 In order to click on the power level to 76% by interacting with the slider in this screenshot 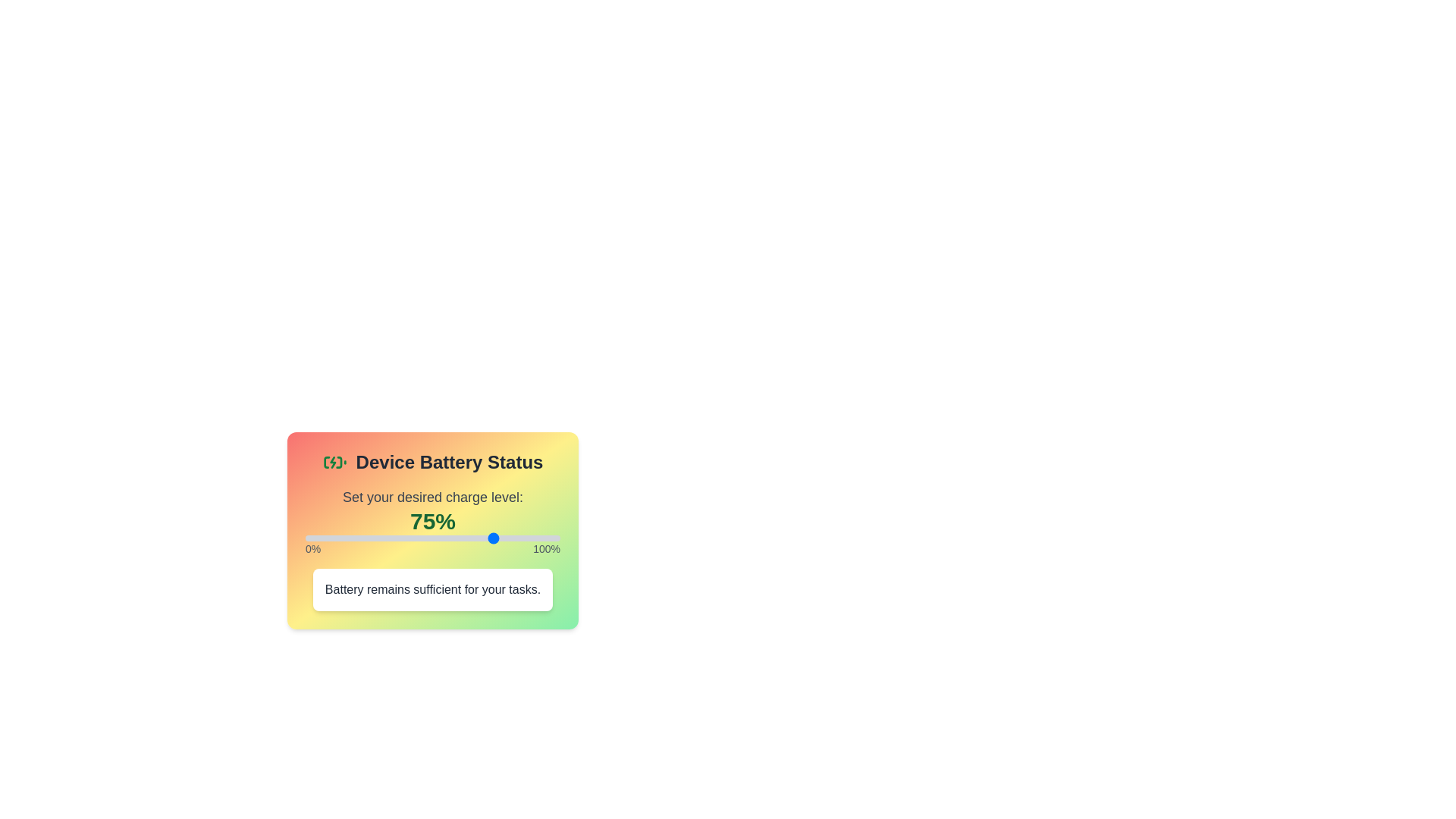, I will do `click(499, 537)`.